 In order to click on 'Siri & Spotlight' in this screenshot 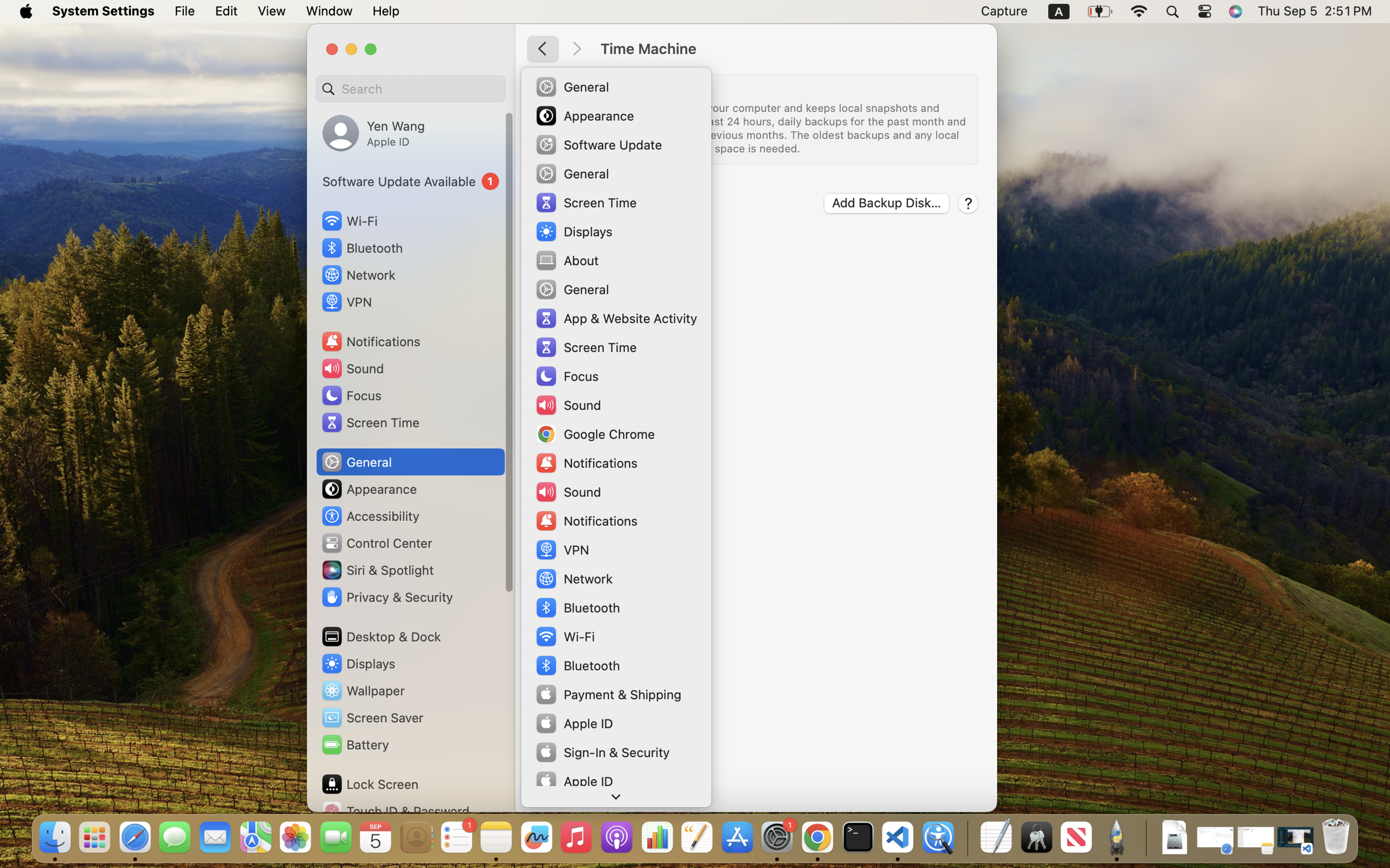, I will do `click(376, 569)`.